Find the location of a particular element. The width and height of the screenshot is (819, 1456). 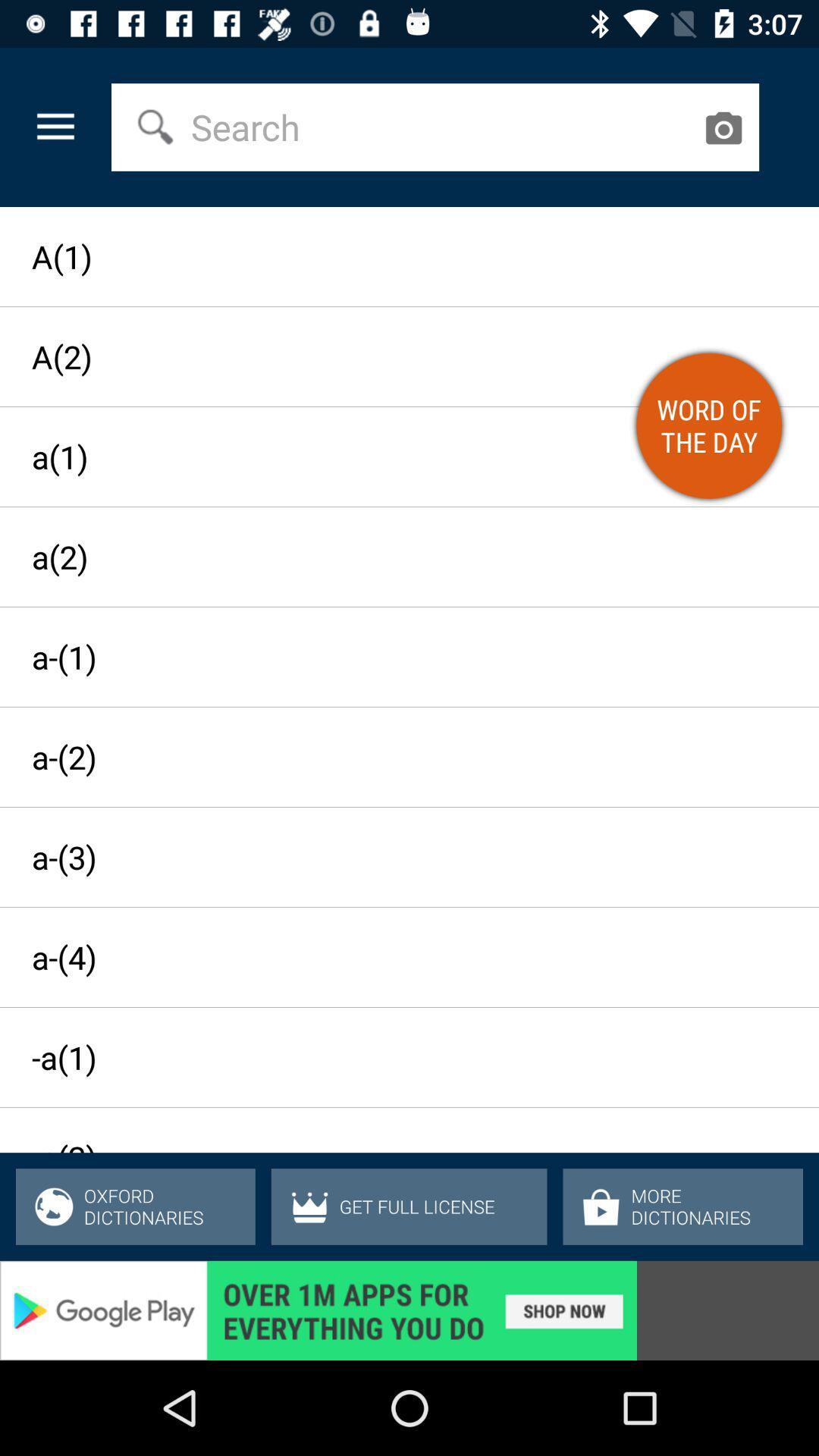

take a picture is located at coordinates (722, 127).